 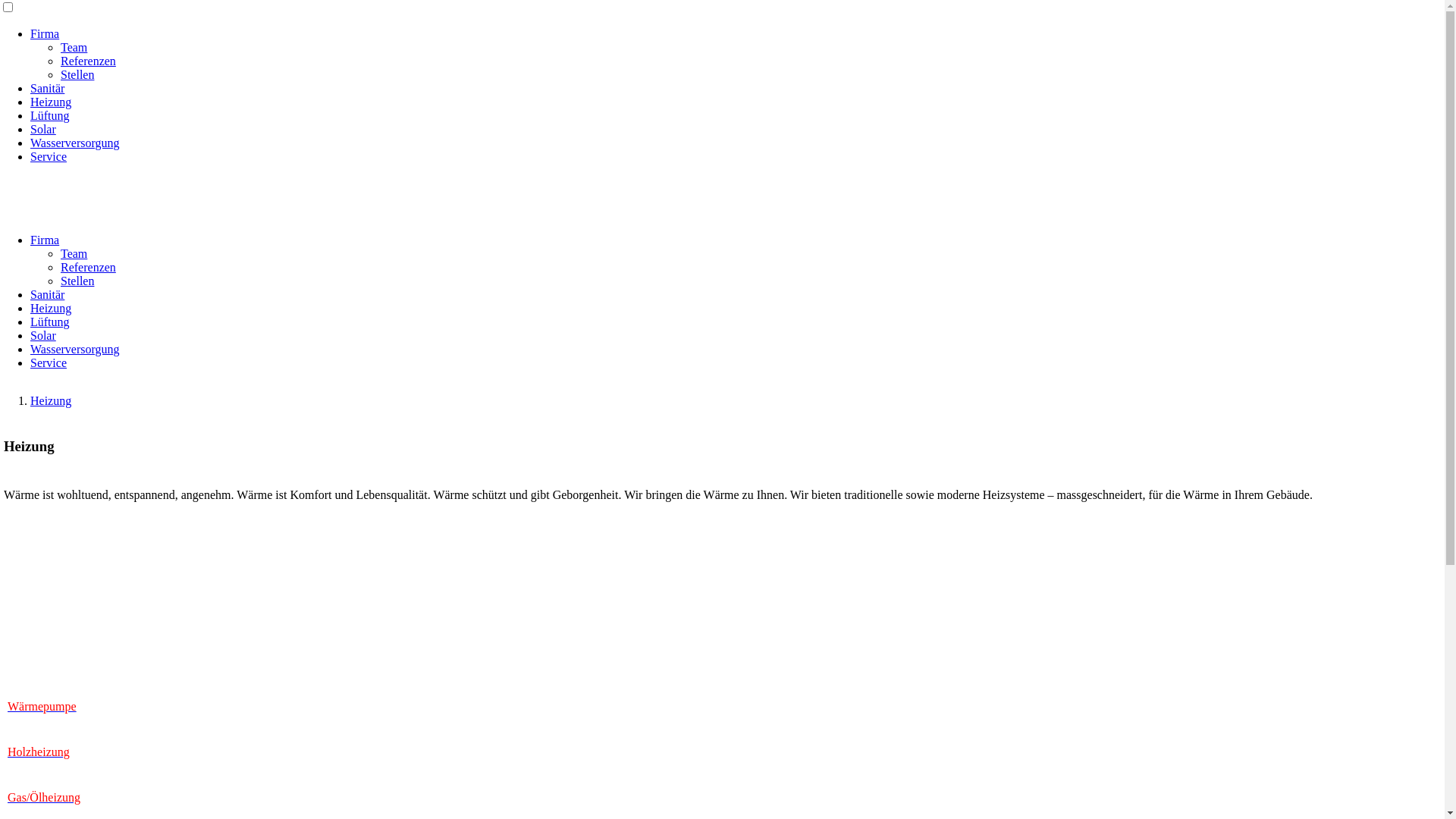 What do you see at coordinates (30, 362) in the screenshot?
I see `'Service'` at bounding box center [30, 362].